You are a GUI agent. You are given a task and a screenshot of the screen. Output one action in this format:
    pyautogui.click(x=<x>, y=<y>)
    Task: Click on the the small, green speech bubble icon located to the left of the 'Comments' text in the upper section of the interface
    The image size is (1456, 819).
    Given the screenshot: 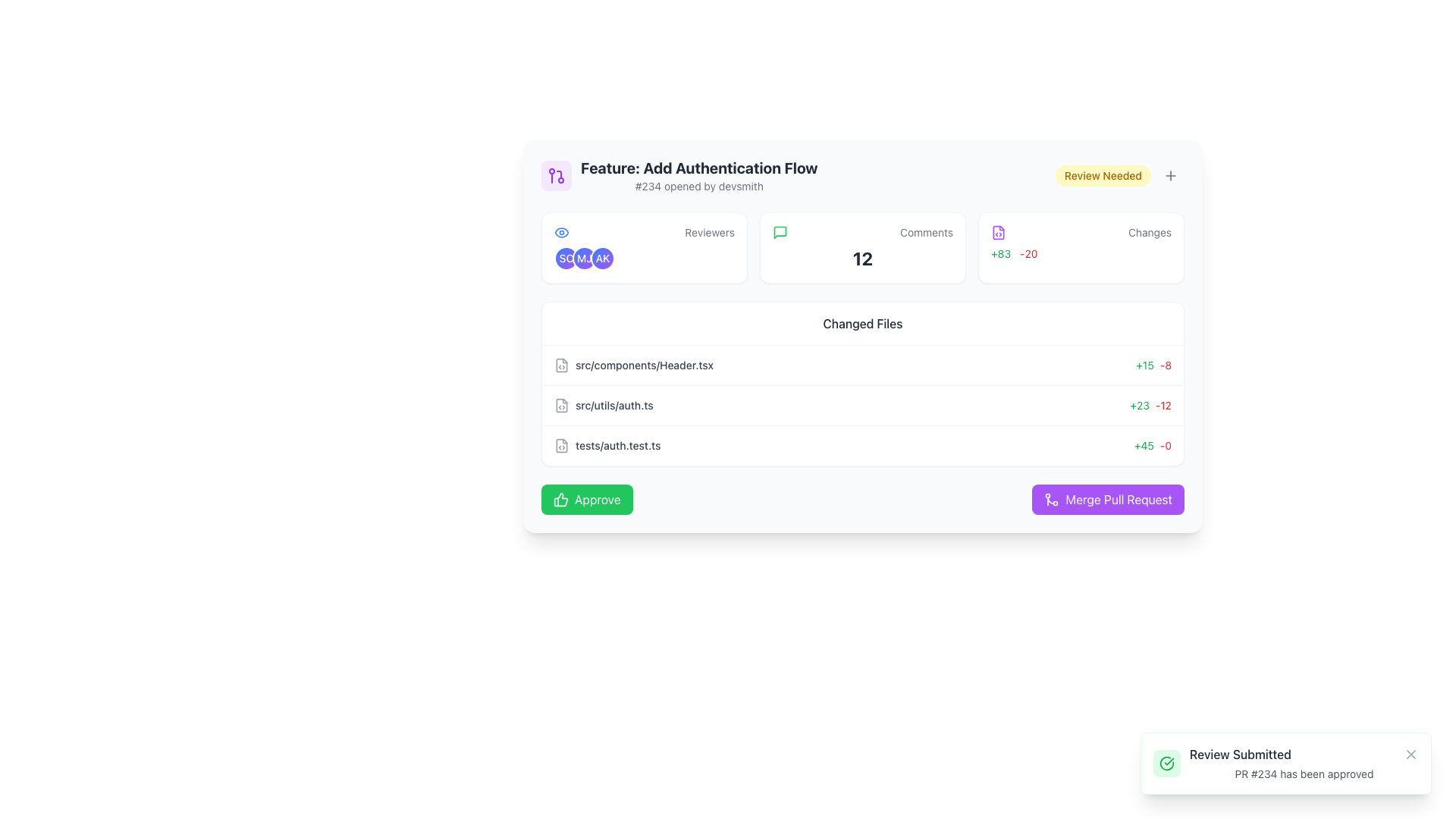 What is the action you would take?
    pyautogui.click(x=780, y=233)
    